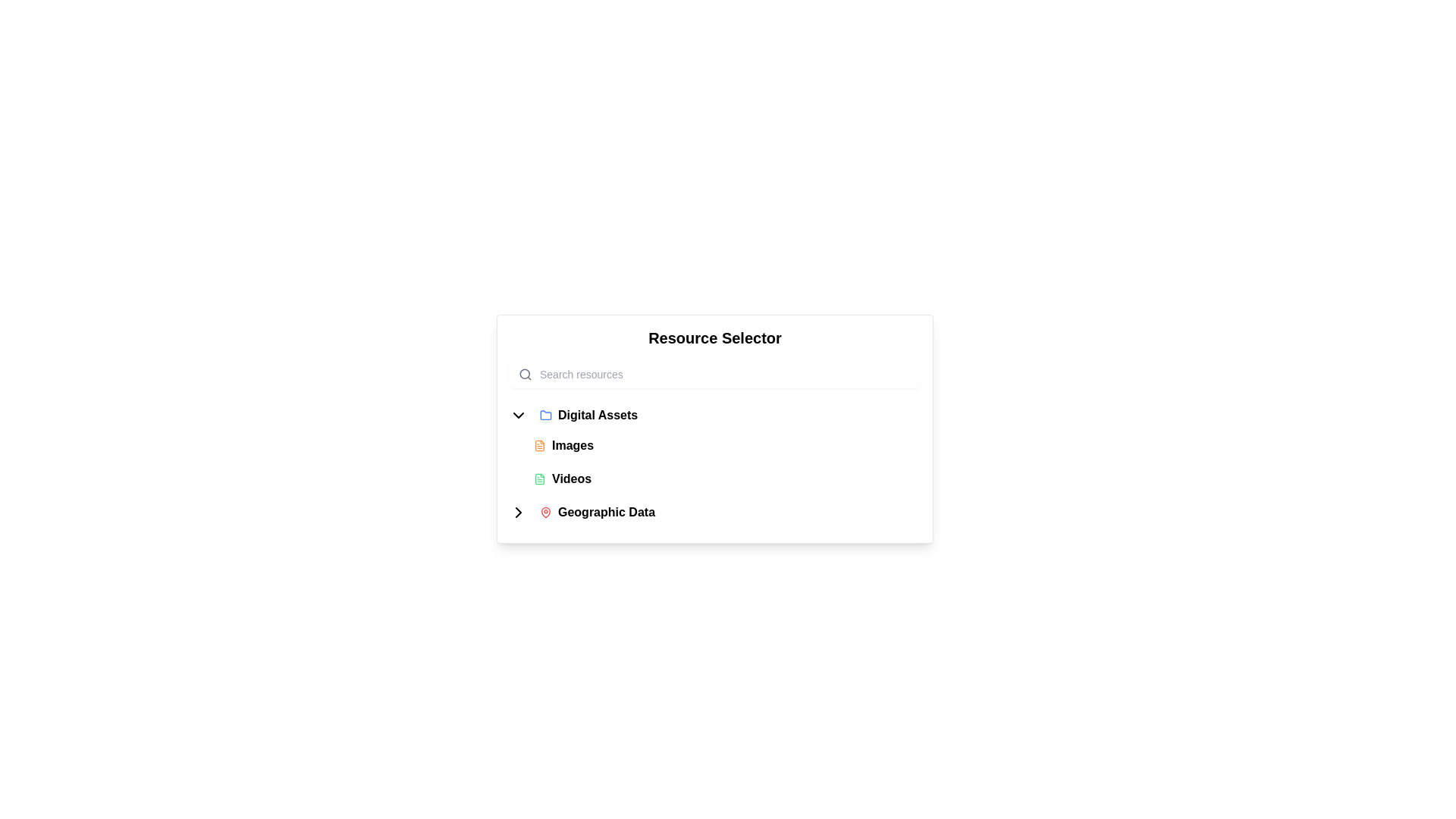  What do you see at coordinates (572, 444) in the screenshot?
I see `the button labeled 'Images' which is styled in bold and located under the 'Digital Assets' section` at bounding box center [572, 444].